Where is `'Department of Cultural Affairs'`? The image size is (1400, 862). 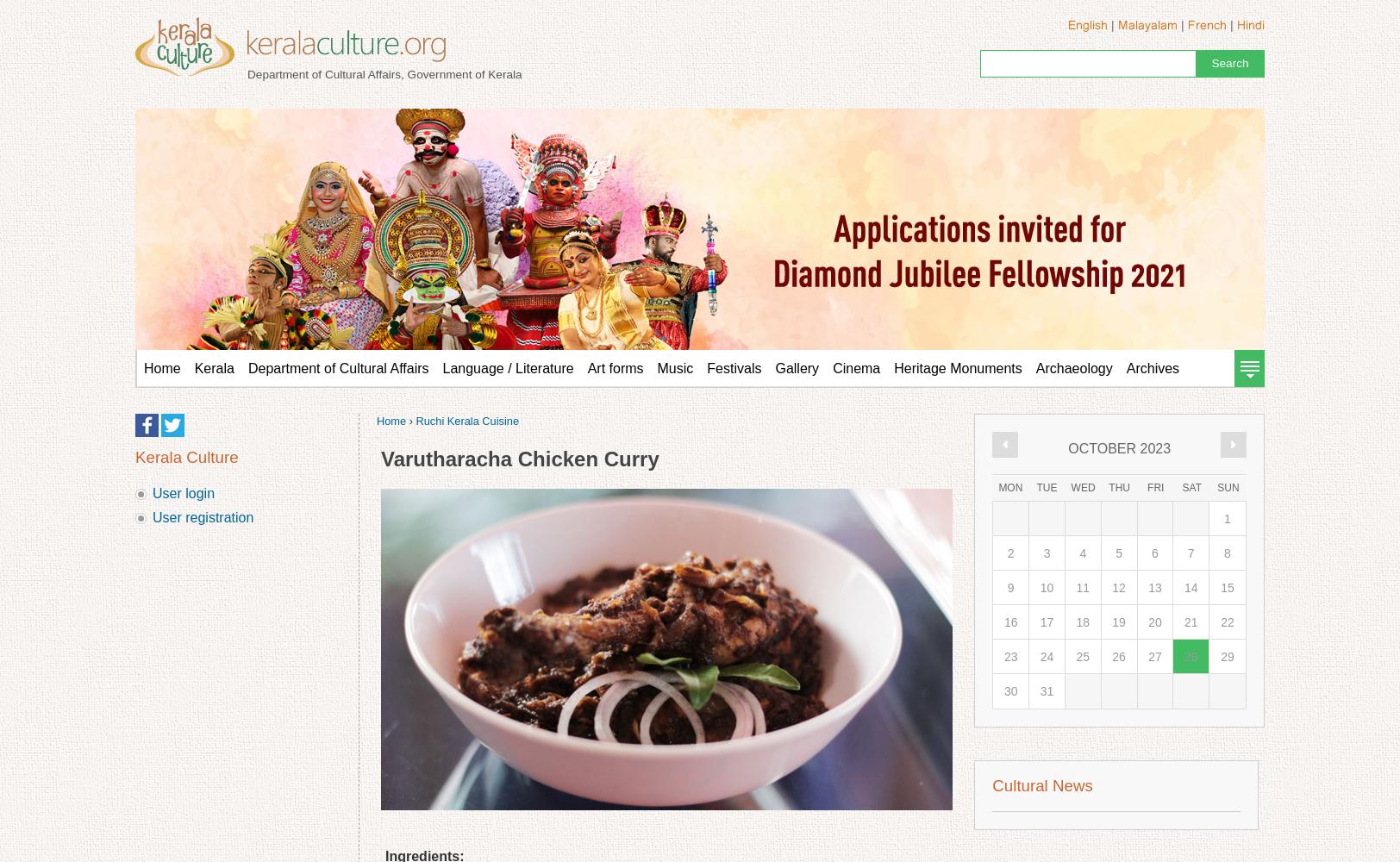
'Department of Cultural Affairs' is located at coordinates (247, 368).